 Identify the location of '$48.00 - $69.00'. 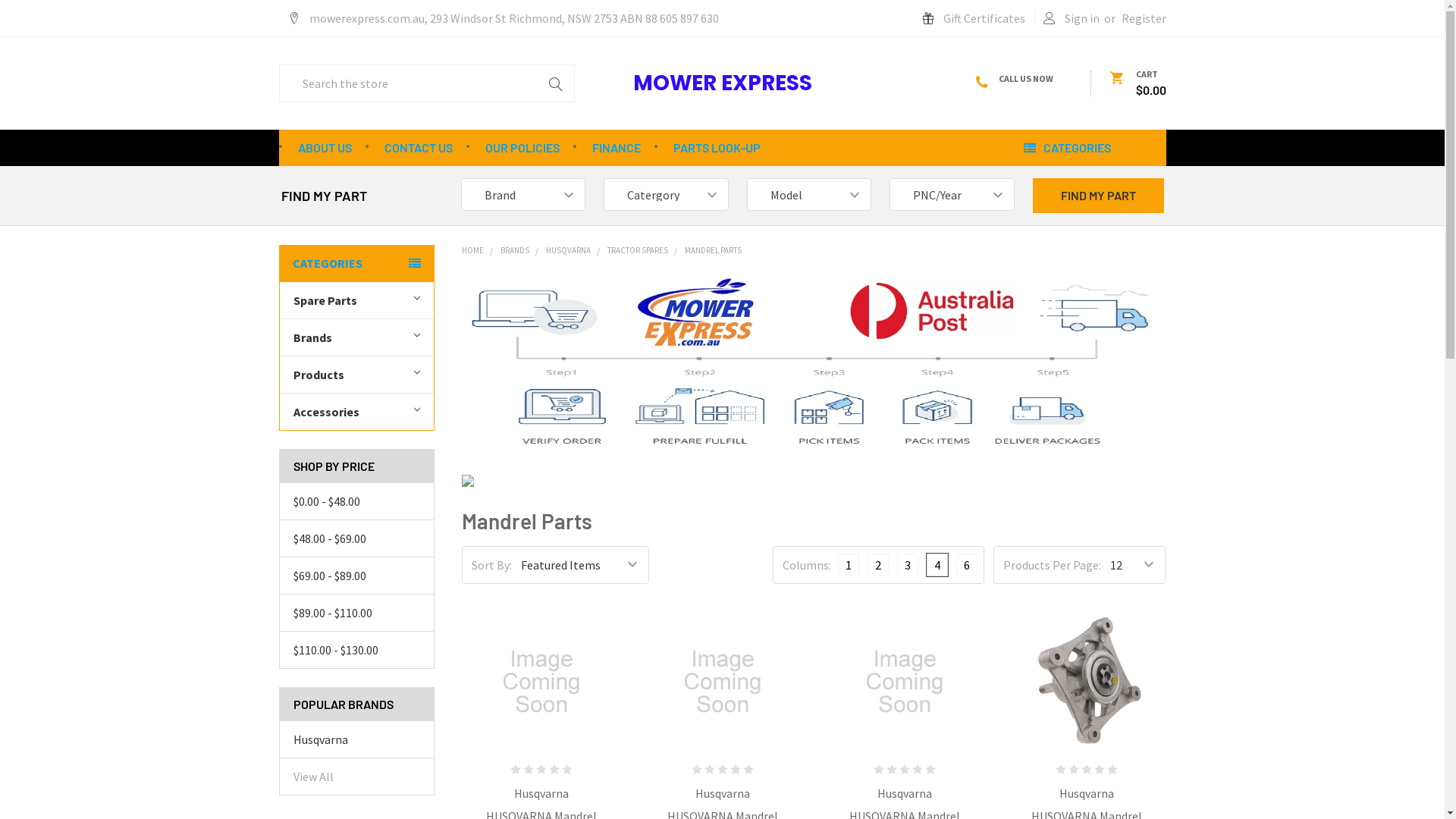
(355, 537).